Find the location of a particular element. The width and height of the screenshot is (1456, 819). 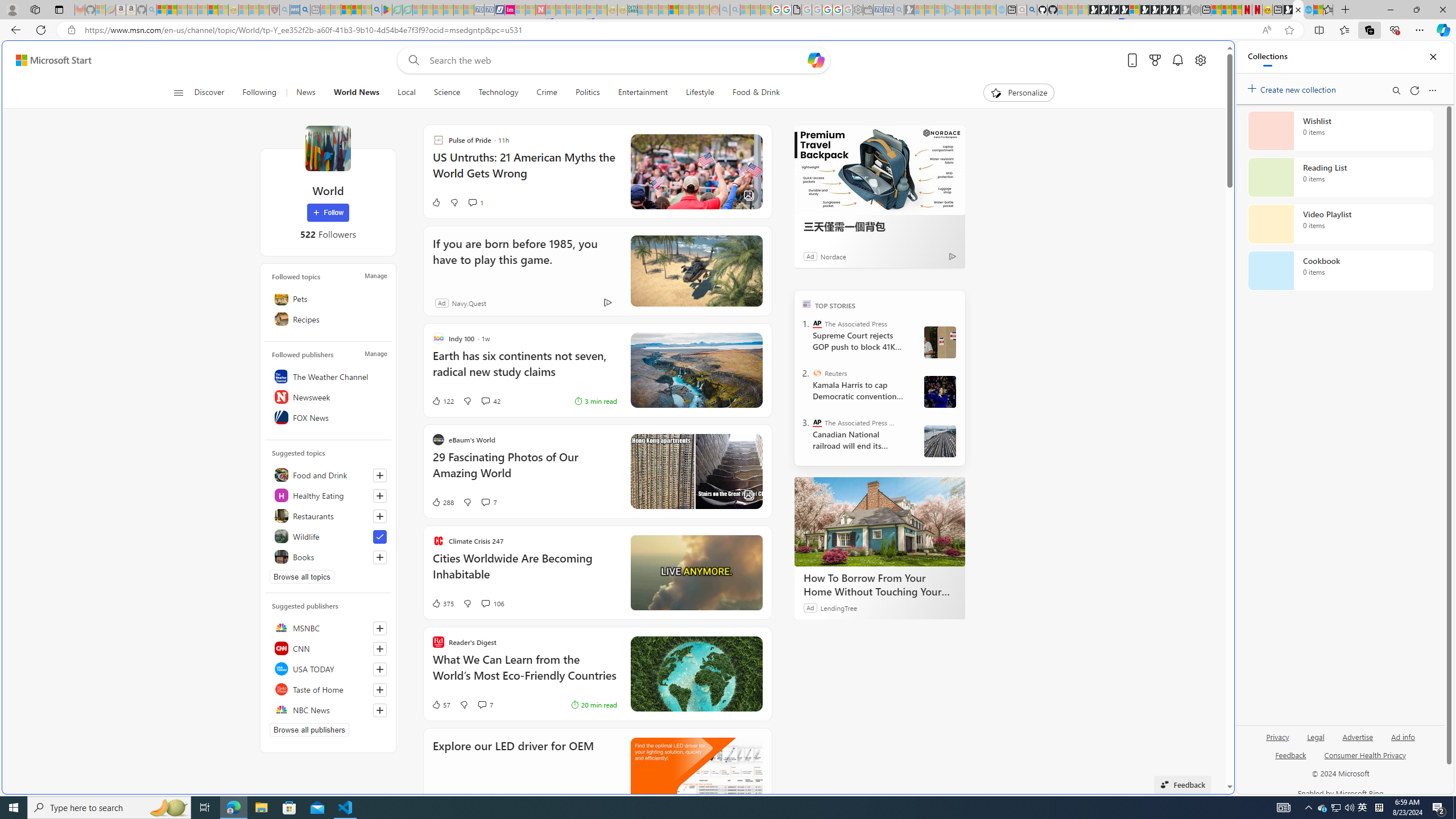

'USA TODAY' is located at coordinates (327, 668).